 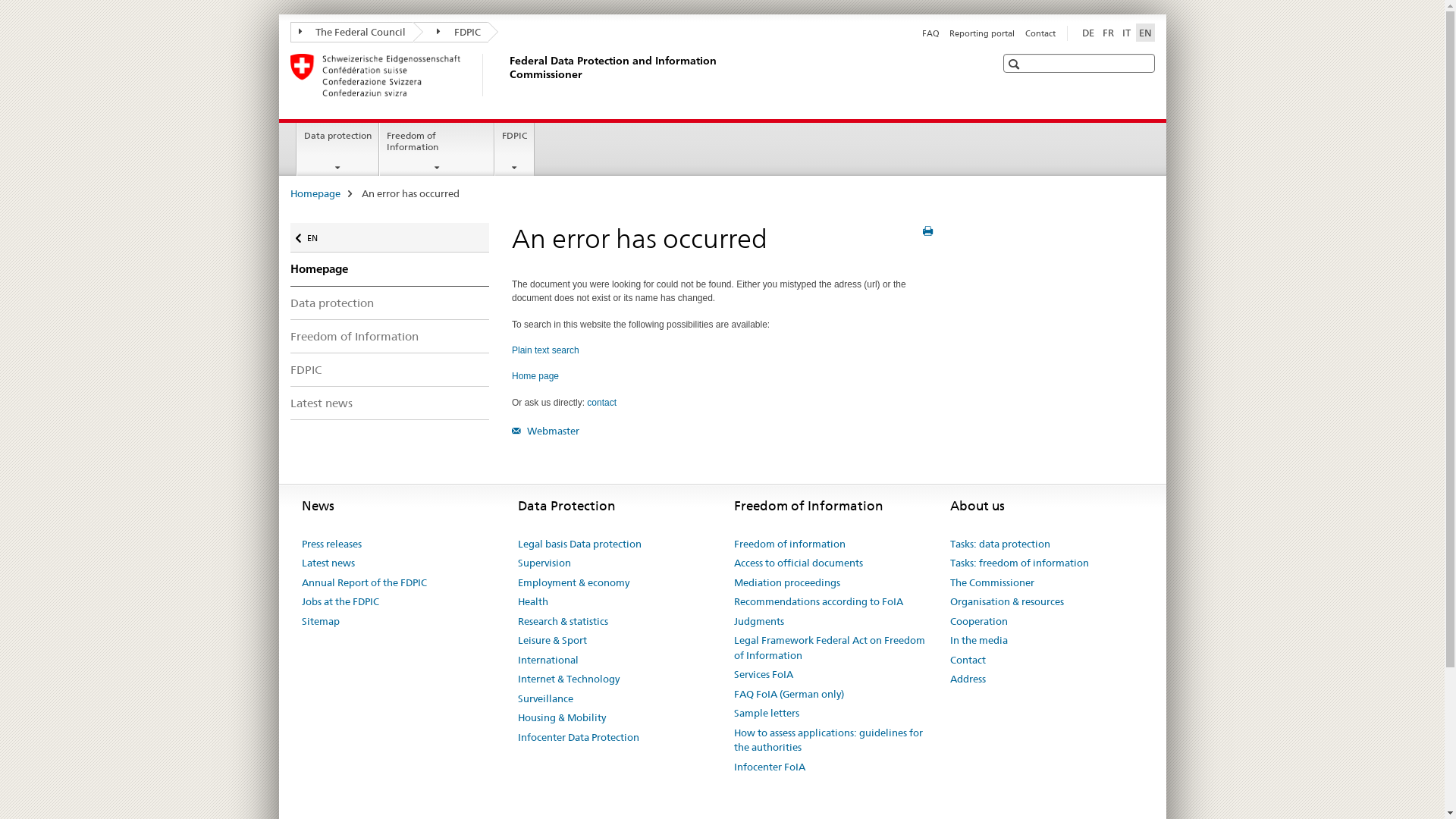 What do you see at coordinates (830, 739) in the screenshot?
I see `'How to assess applications: guidelines for the authorities'` at bounding box center [830, 739].